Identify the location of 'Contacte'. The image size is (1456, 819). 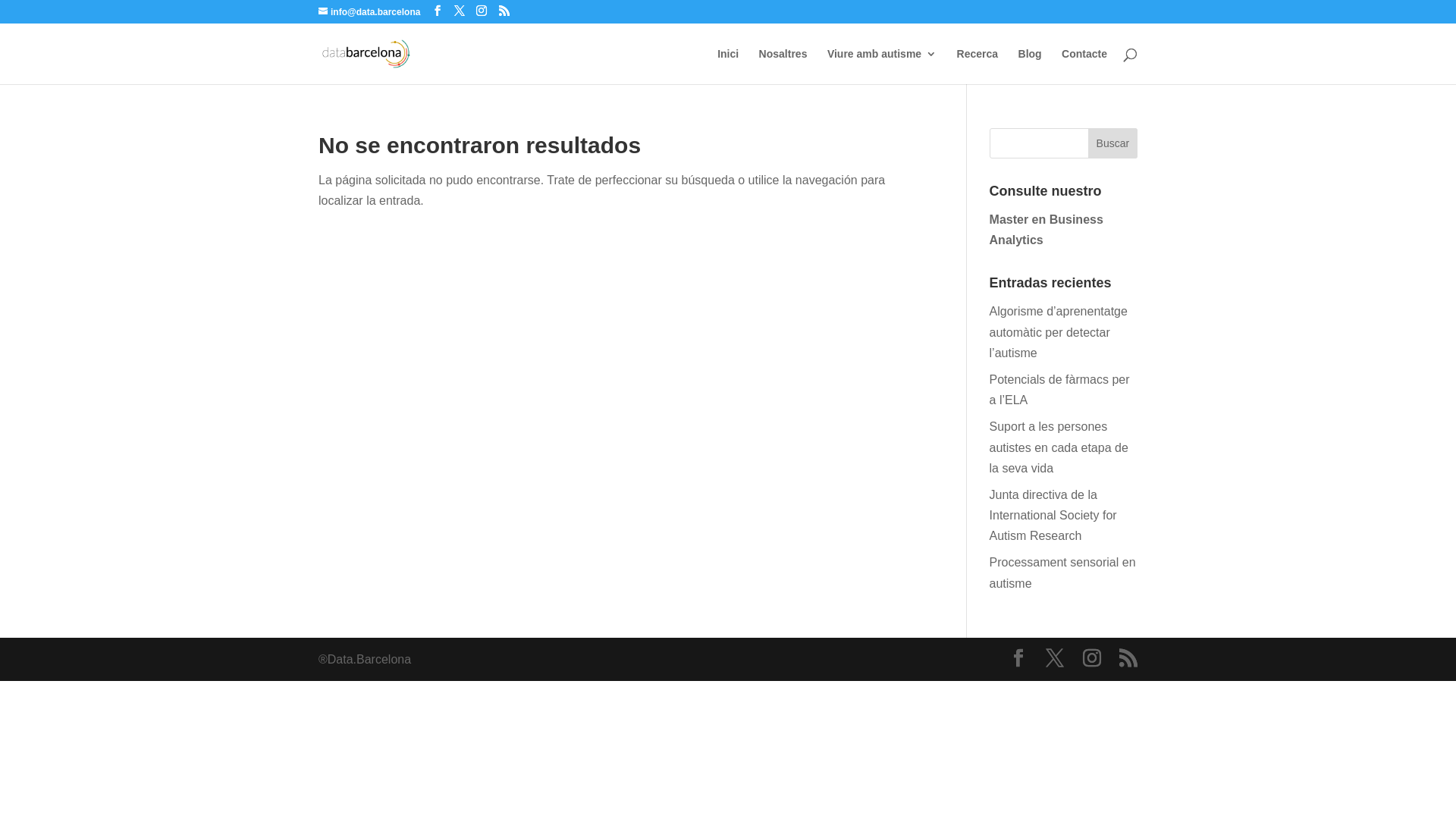
(1061, 65).